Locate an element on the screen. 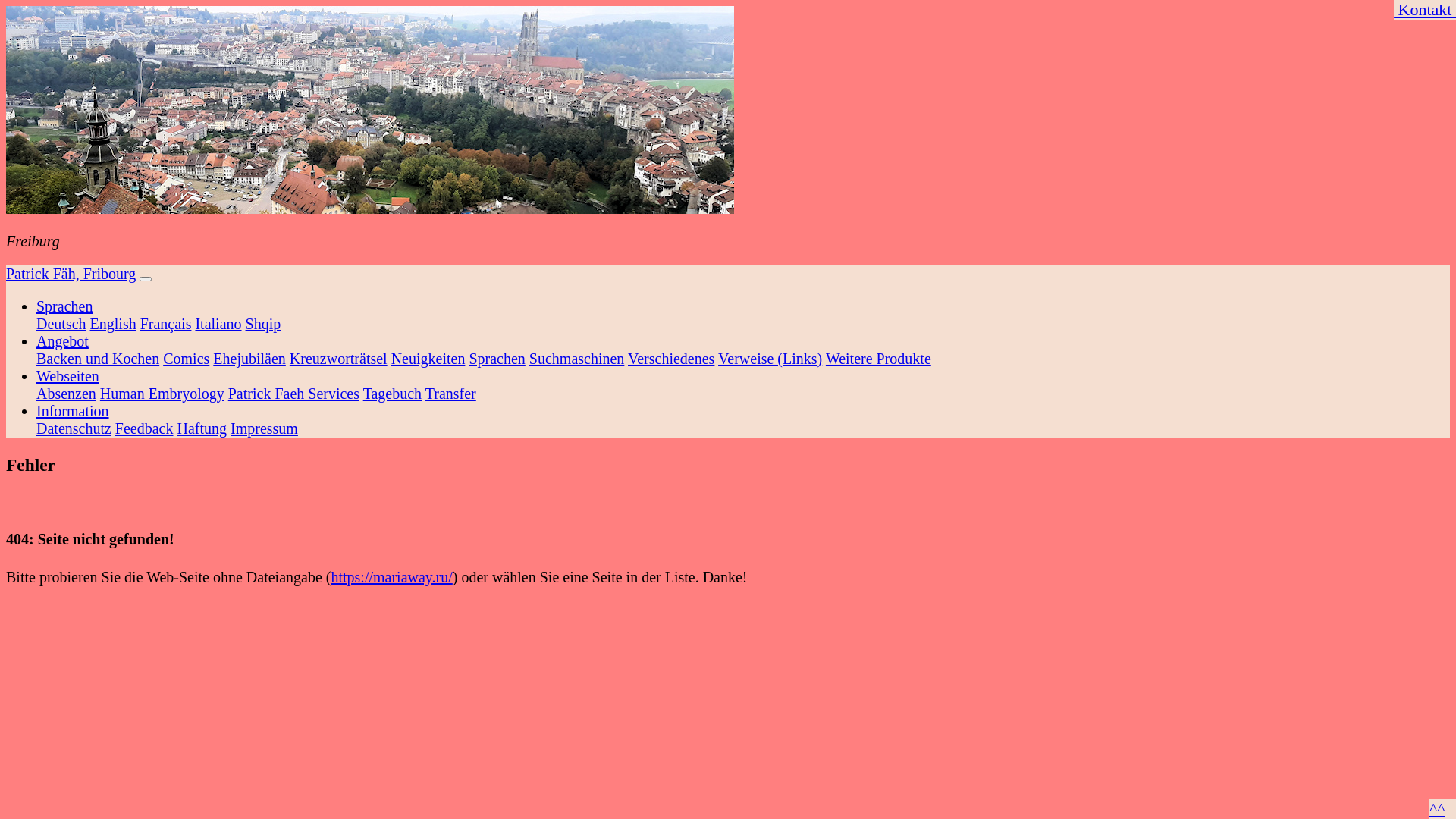 This screenshot has height=819, width=1456. 'Transfer' is located at coordinates (450, 393).